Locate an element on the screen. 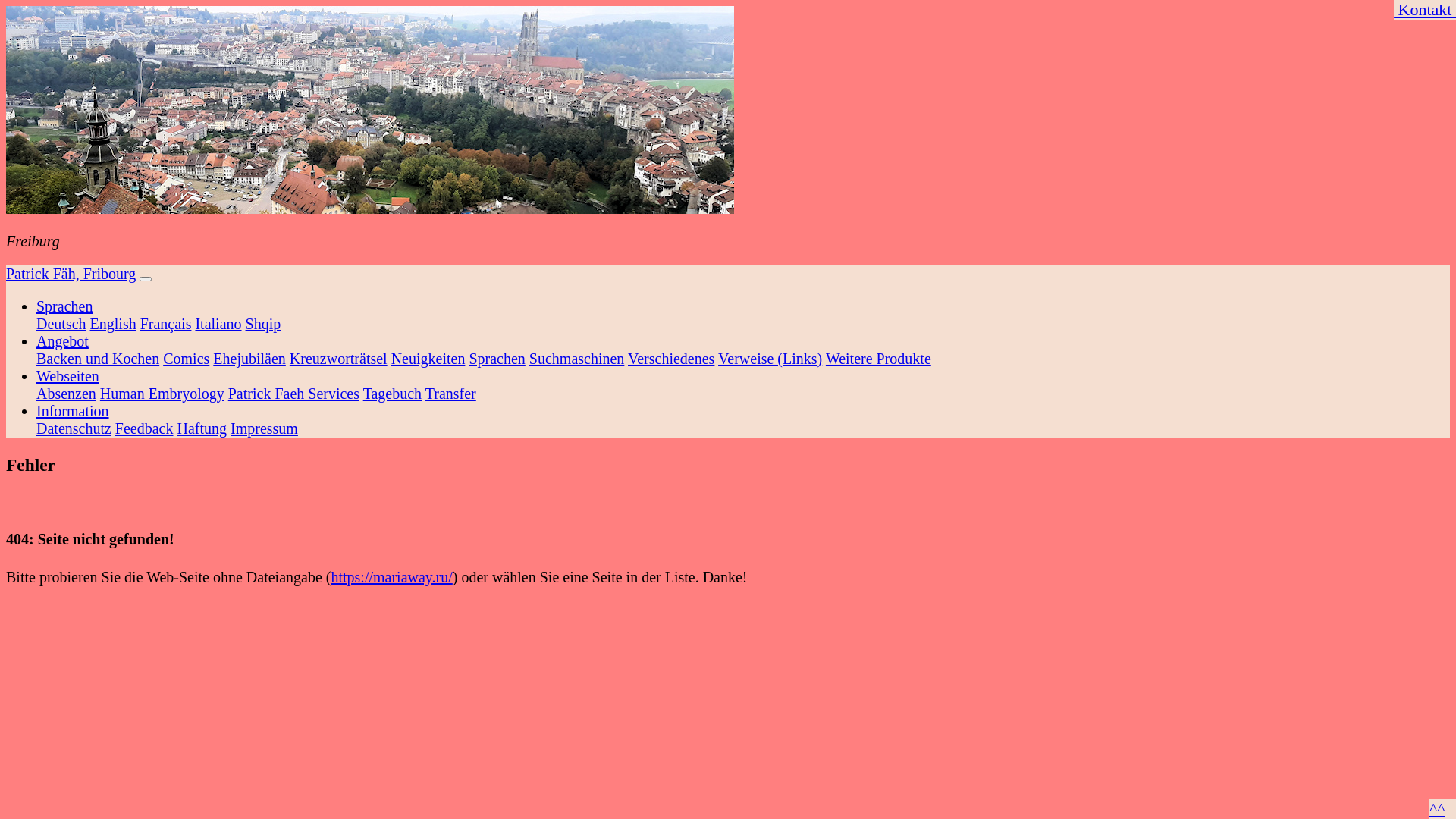 This screenshot has height=819, width=1456. 'Transfer' is located at coordinates (450, 393).